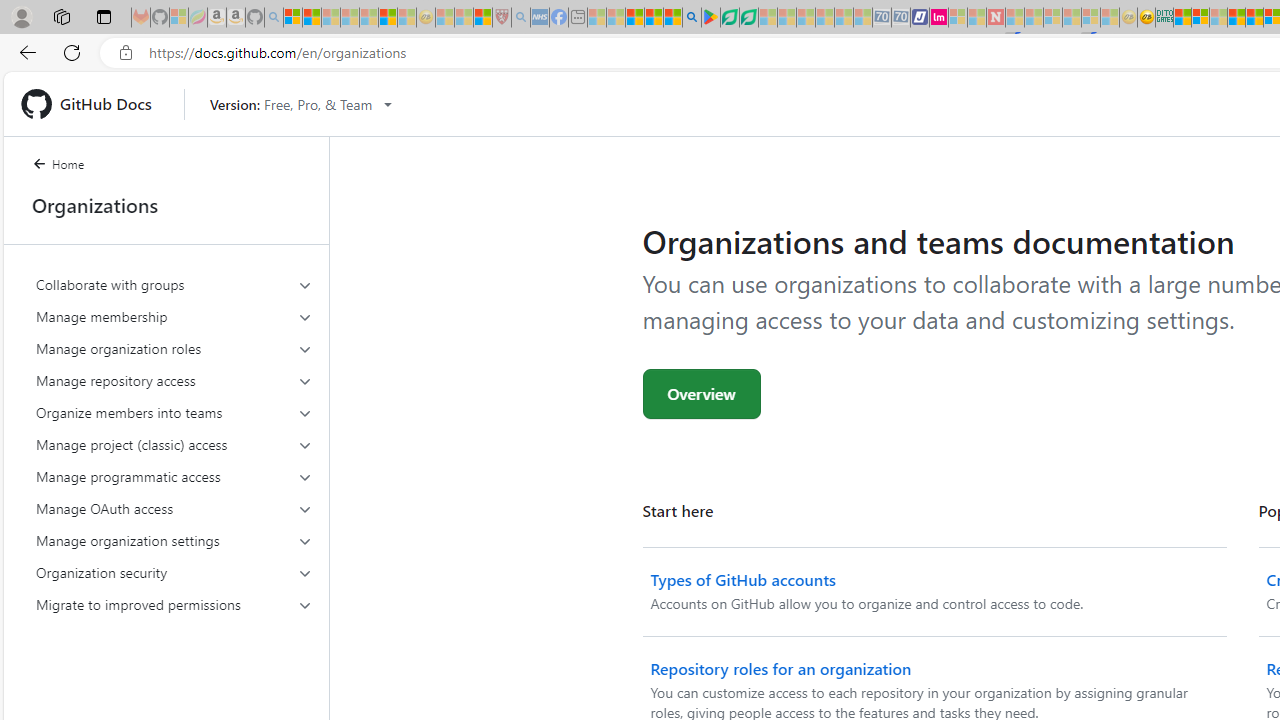 The height and width of the screenshot is (720, 1280). Describe the element at coordinates (174, 541) in the screenshot. I see `'Manage organization settings'` at that location.